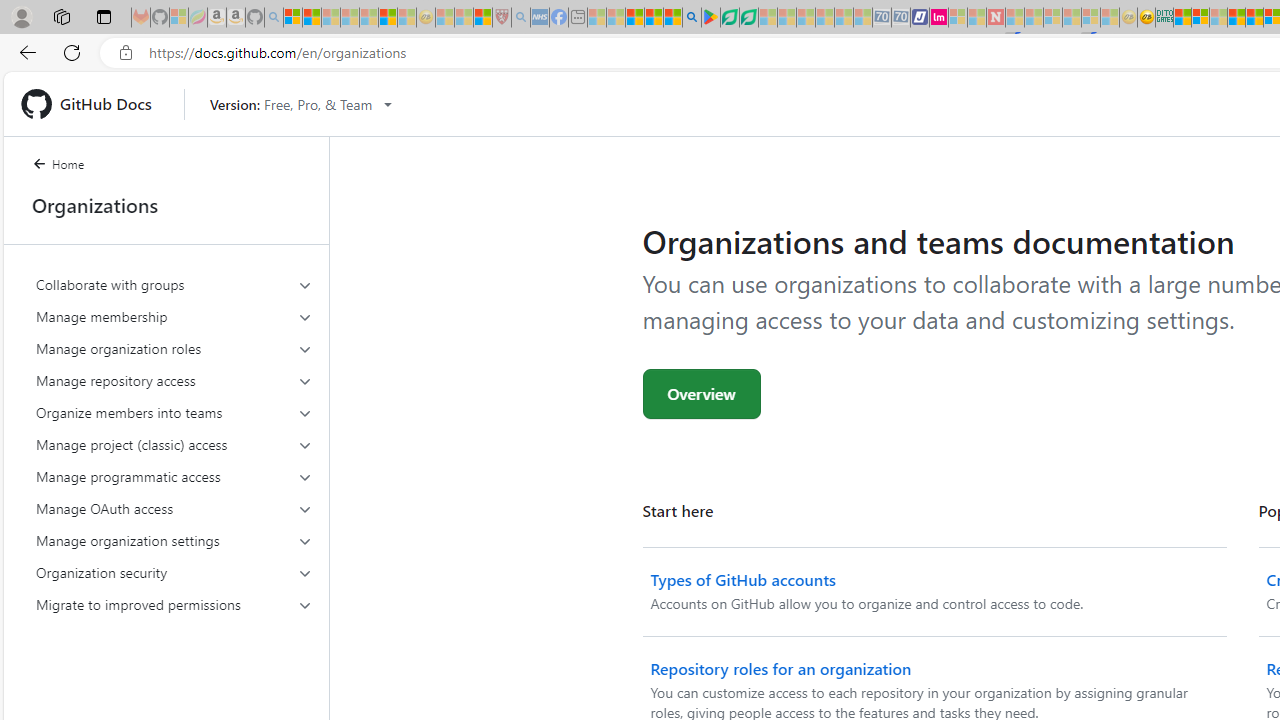 The height and width of the screenshot is (720, 1280). Describe the element at coordinates (174, 541) in the screenshot. I see `'Manage organization settings'` at that location.